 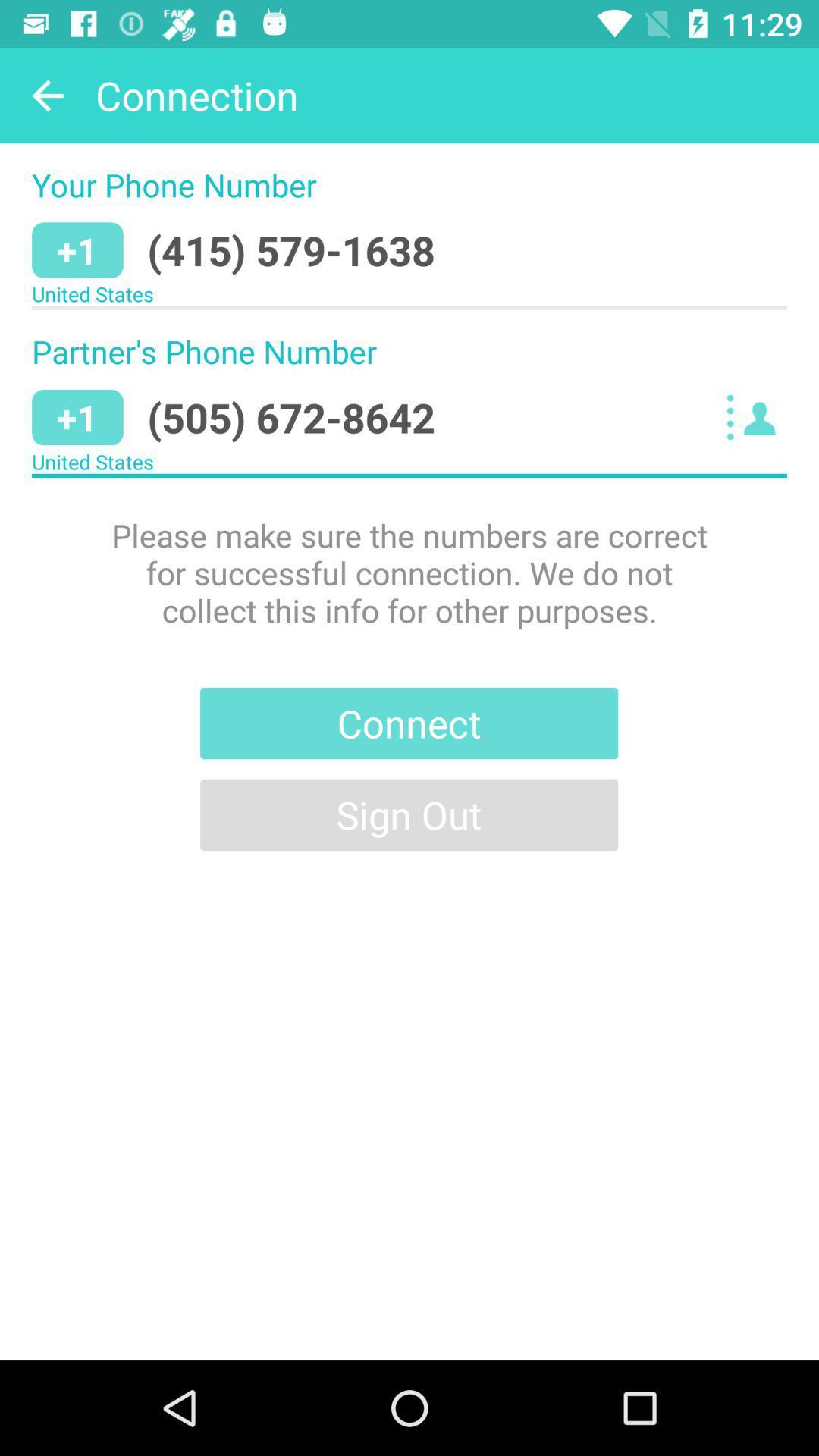 What do you see at coordinates (408, 814) in the screenshot?
I see `the sign out` at bounding box center [408, 814].